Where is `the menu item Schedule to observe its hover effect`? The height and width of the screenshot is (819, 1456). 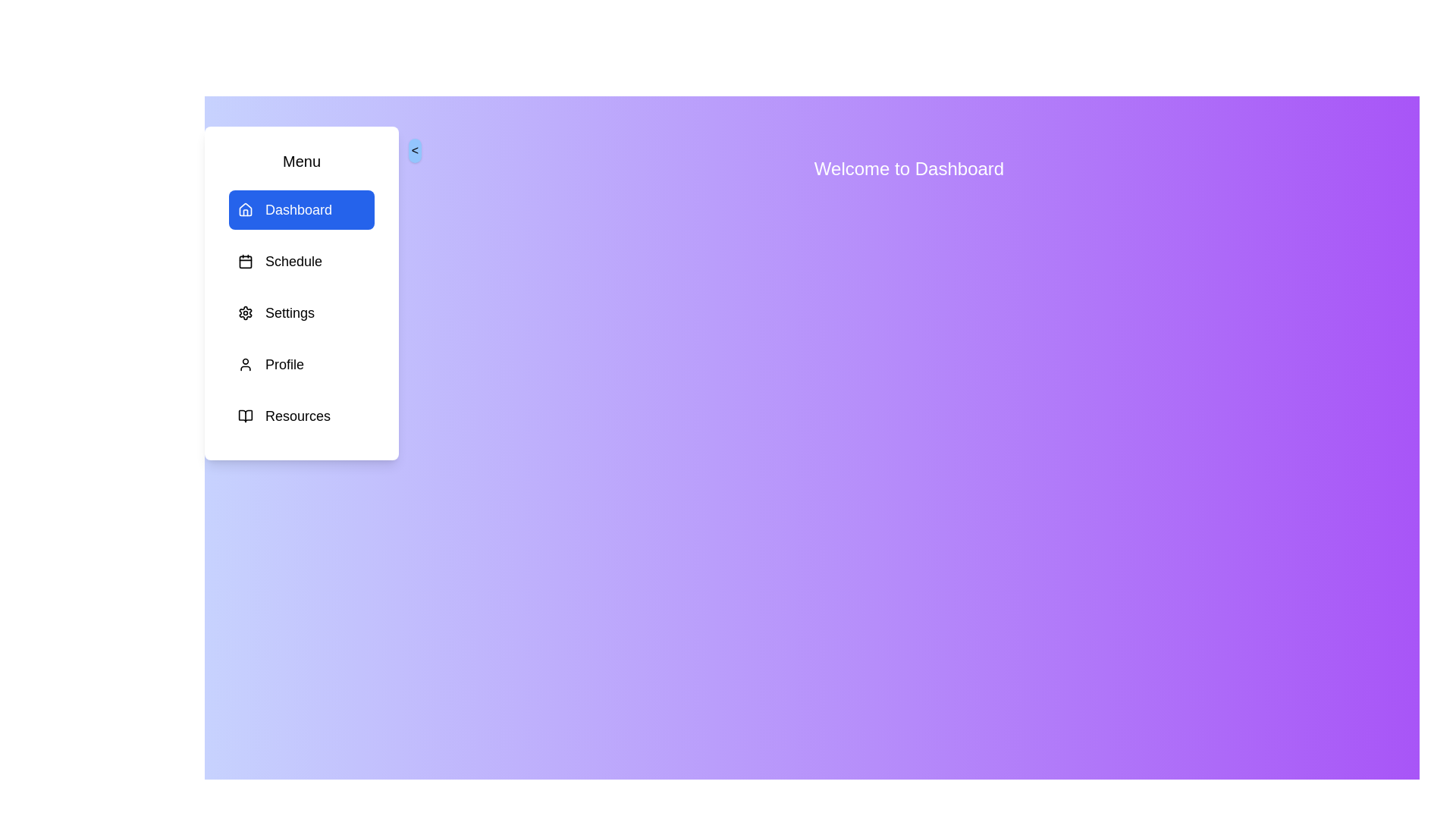 the menu item Schedule to observe its hover effect is located at coordinates (302, 260).